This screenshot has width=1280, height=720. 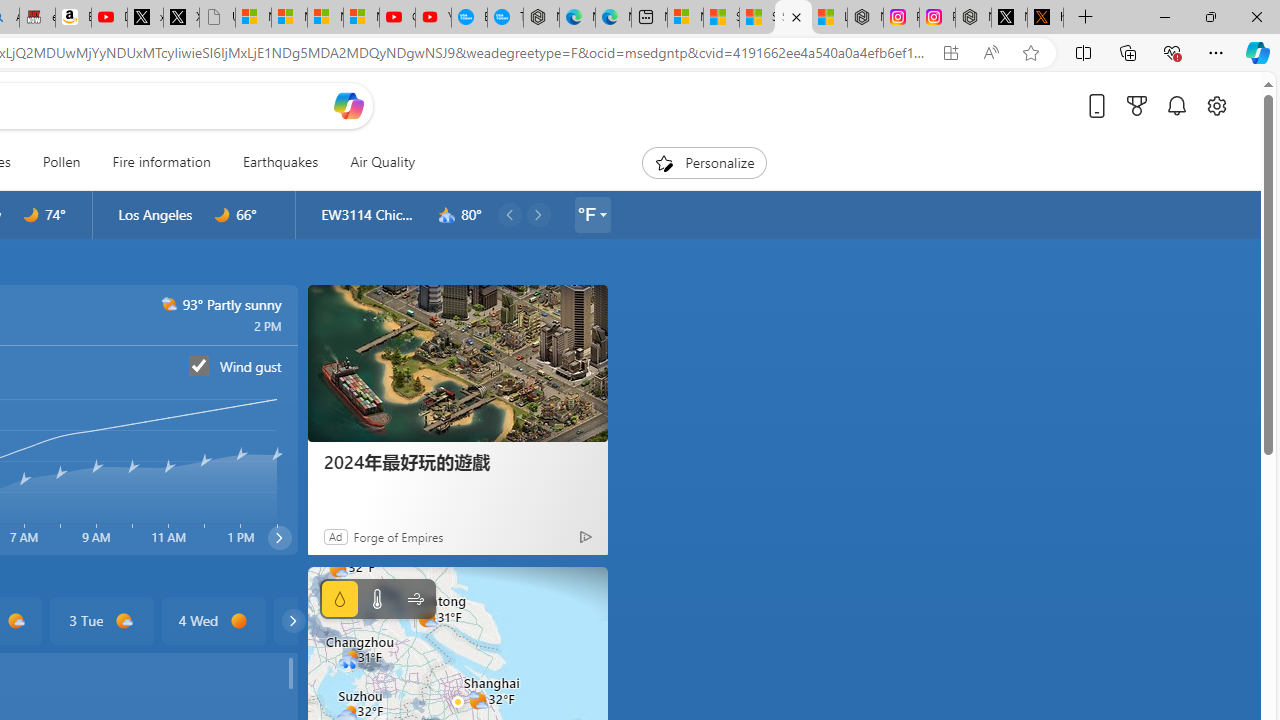 I want to click on 'Open settings', so click(x=1215, y=105).